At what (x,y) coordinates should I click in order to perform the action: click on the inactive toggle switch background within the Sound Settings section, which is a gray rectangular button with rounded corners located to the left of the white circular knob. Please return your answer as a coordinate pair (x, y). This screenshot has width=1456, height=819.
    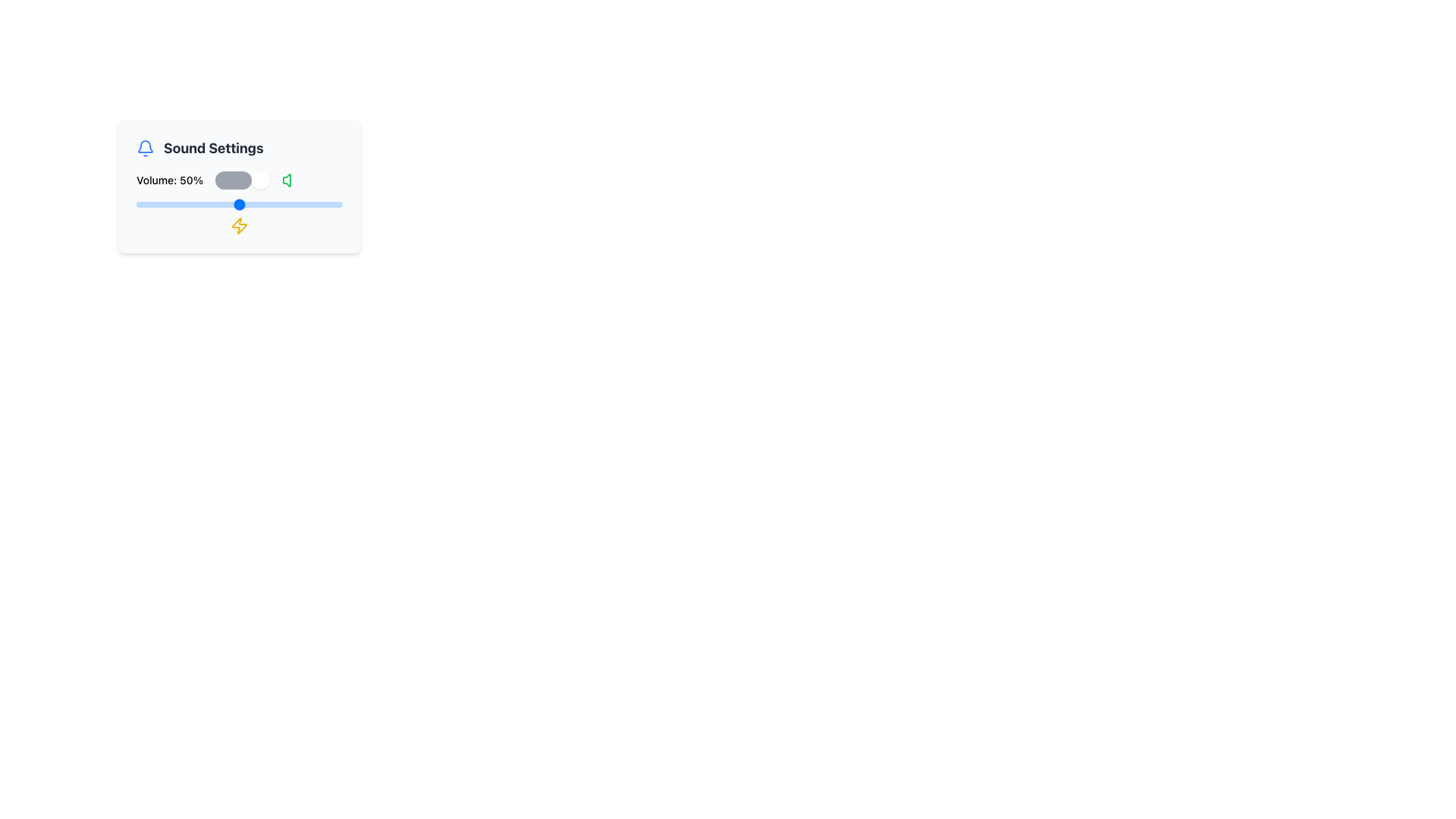
    Looking at the image, I should click on (232, 180).